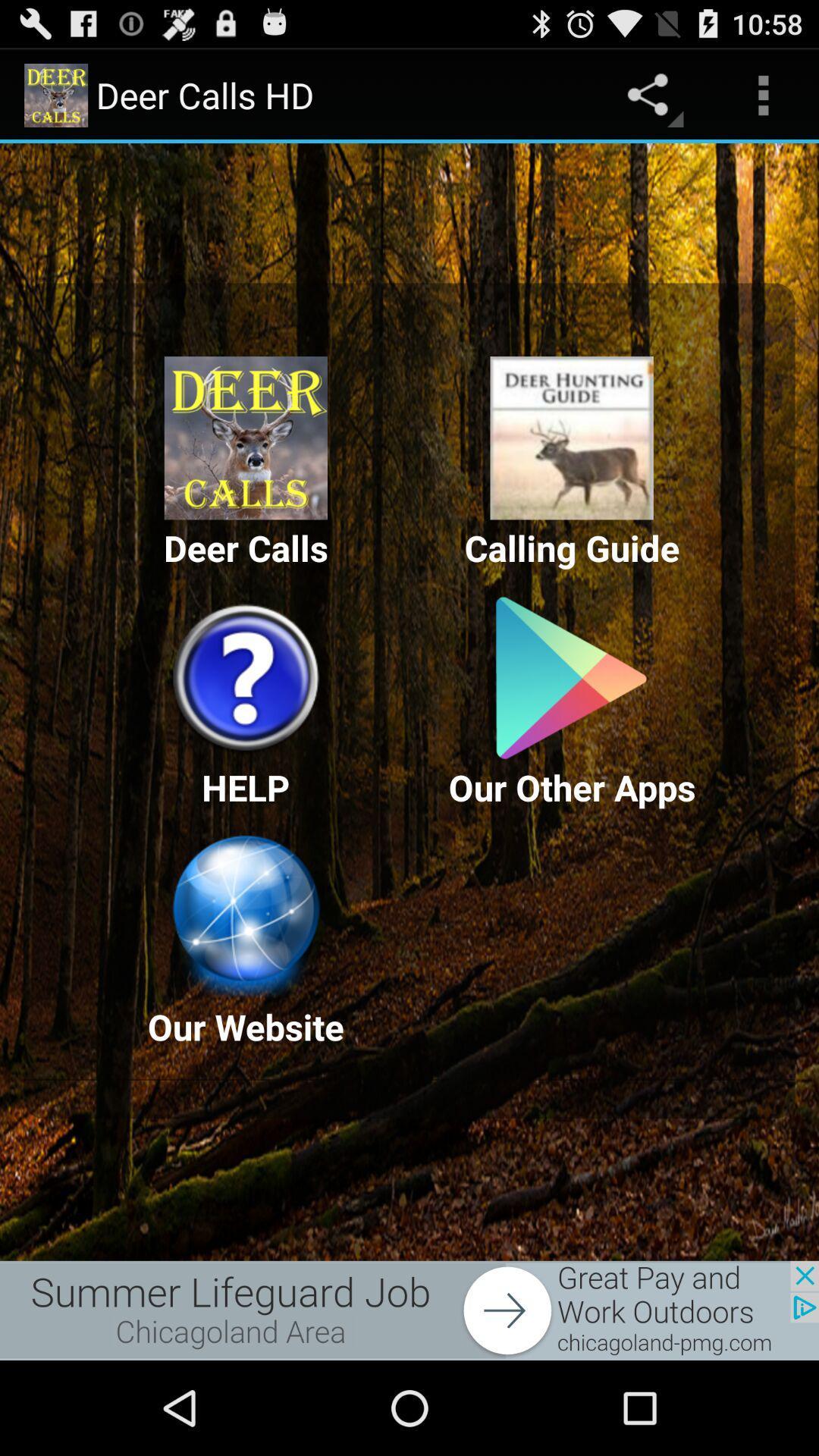  What do you see at coordinates (409, 1310) in the screenshot?
I see `advertisement source` at bounding box center [409, 1310].